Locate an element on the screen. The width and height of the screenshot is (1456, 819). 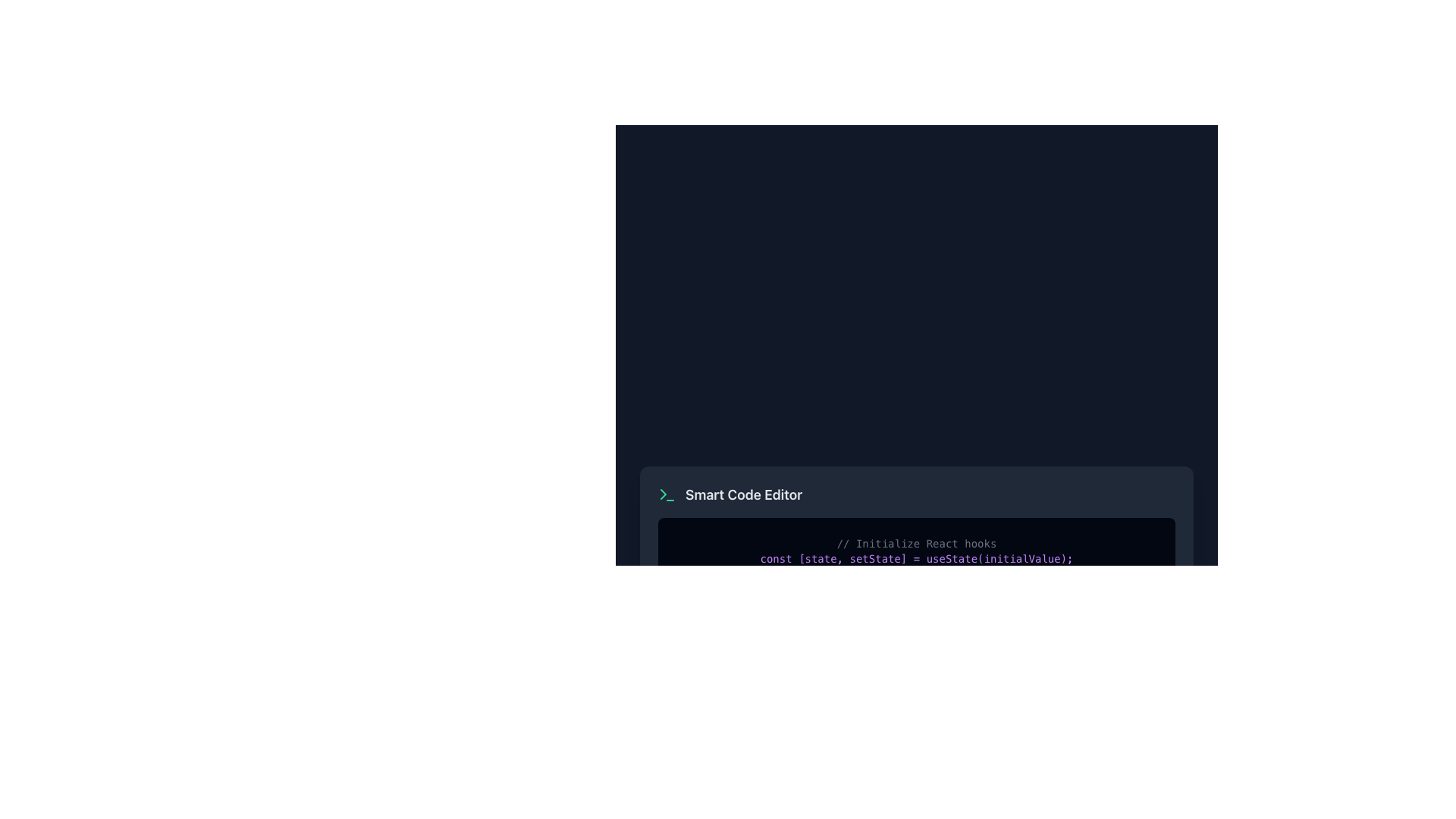
the static text block displaying a code snippet with a dark gray background and monospaced font, located in the 'Smart Code Editor' section beneath the header text is located at coordinates (916, 551).